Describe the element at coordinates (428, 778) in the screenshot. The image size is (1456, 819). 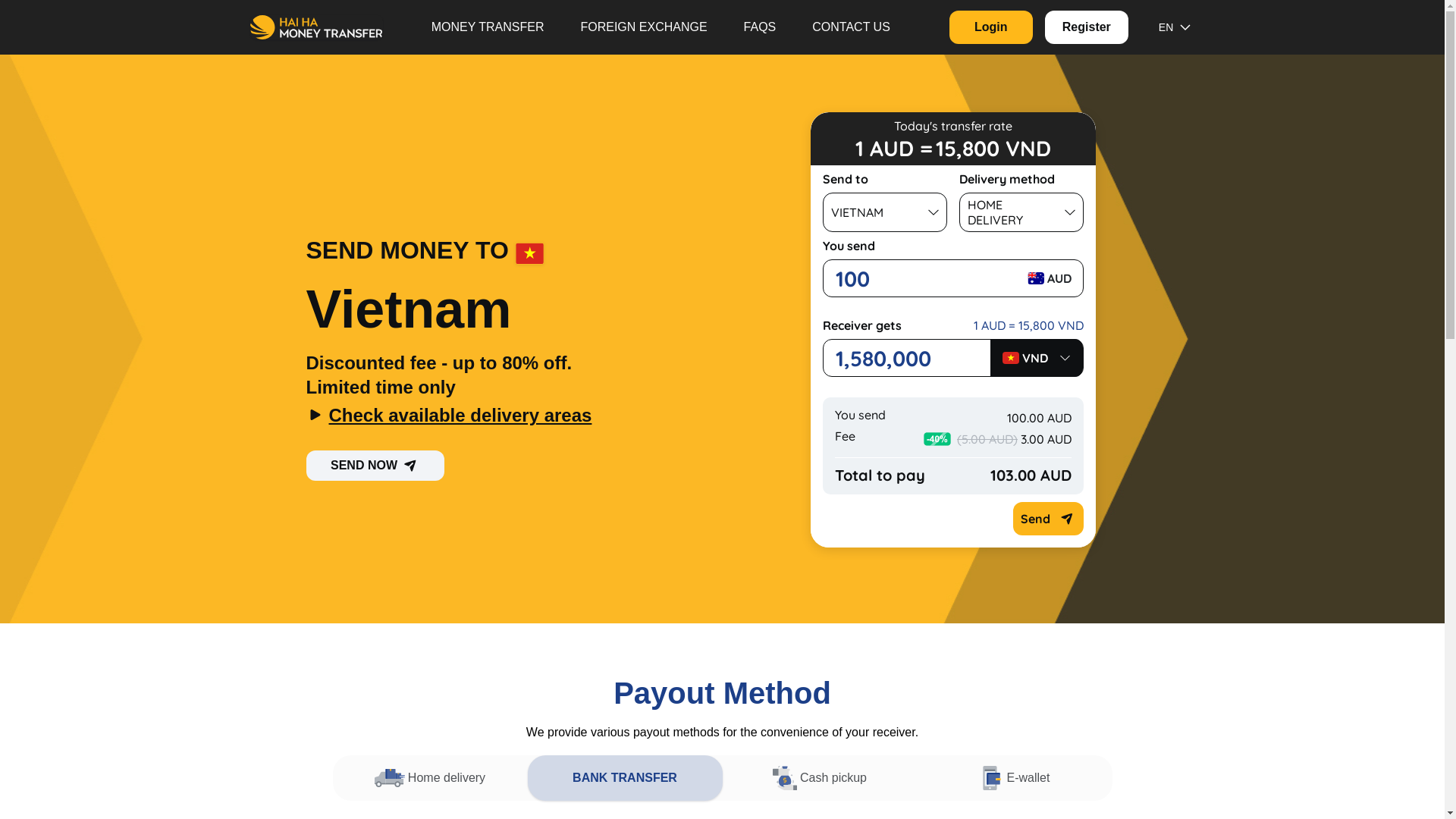
I see `'Home delivery'` at that location.